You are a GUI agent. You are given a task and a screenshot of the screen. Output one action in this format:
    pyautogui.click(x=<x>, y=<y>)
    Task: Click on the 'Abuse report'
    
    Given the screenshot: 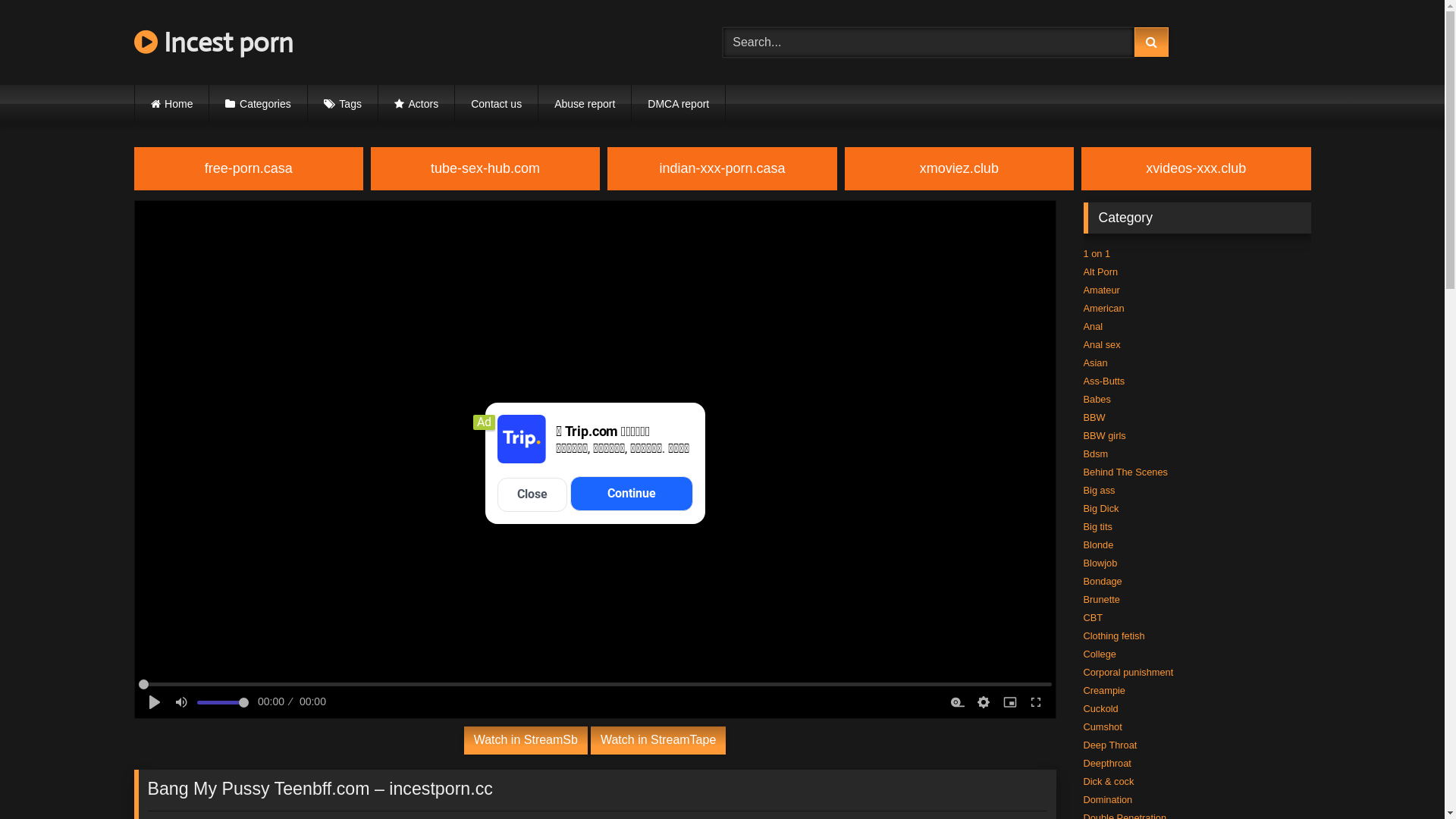 What is the action you would take?
    pyautogui.click(x=538, y=103)
    